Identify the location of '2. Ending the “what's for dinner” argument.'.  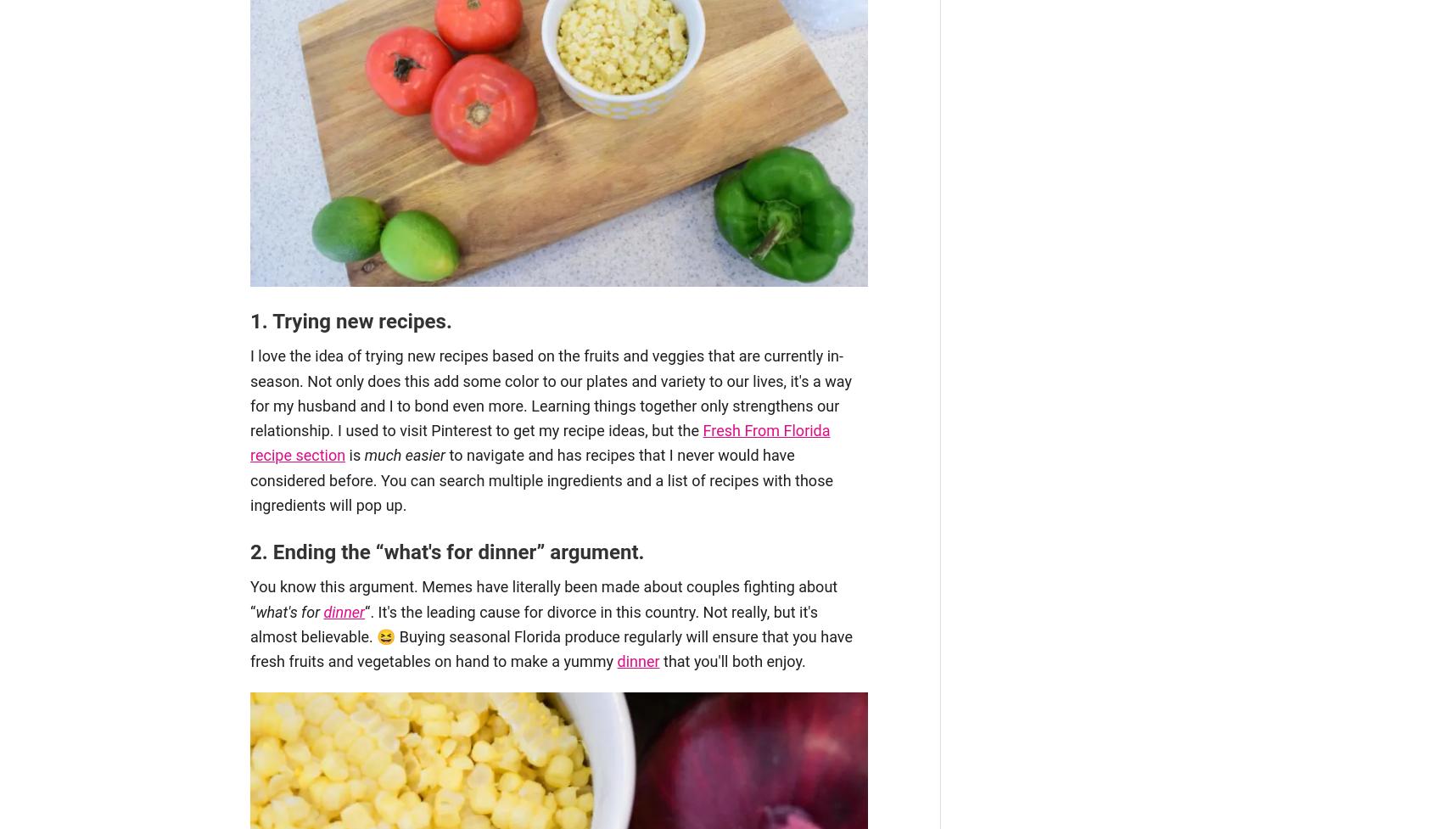
(445, 551).